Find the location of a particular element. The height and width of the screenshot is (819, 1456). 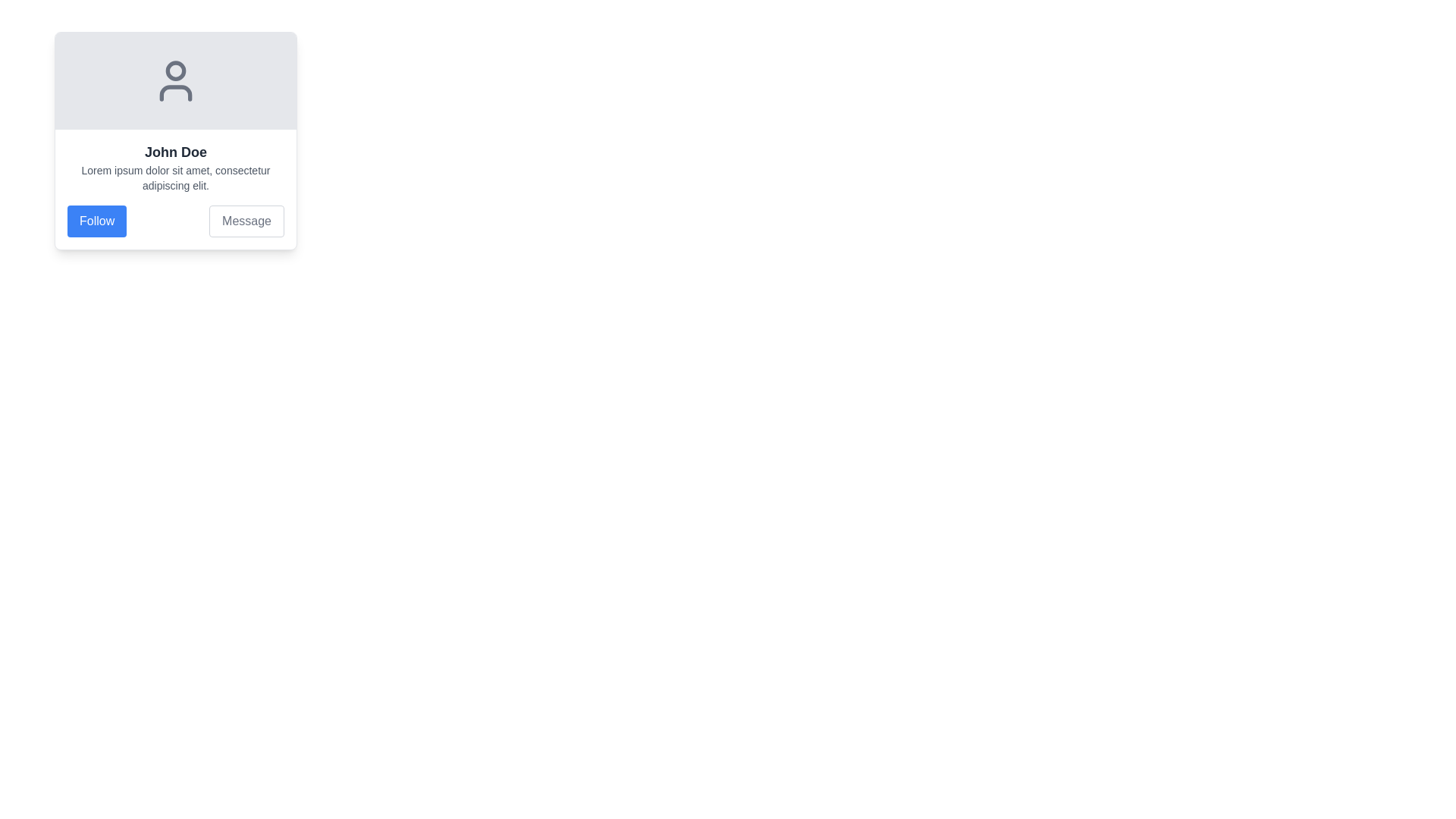

the text block element that contains the content 'Lorem ipsum dolor sit amet, consectetur adipiscing elit.', which is styled in gray and positioned below 'John Doe' in the card layout is located at coordinates (175, 177).